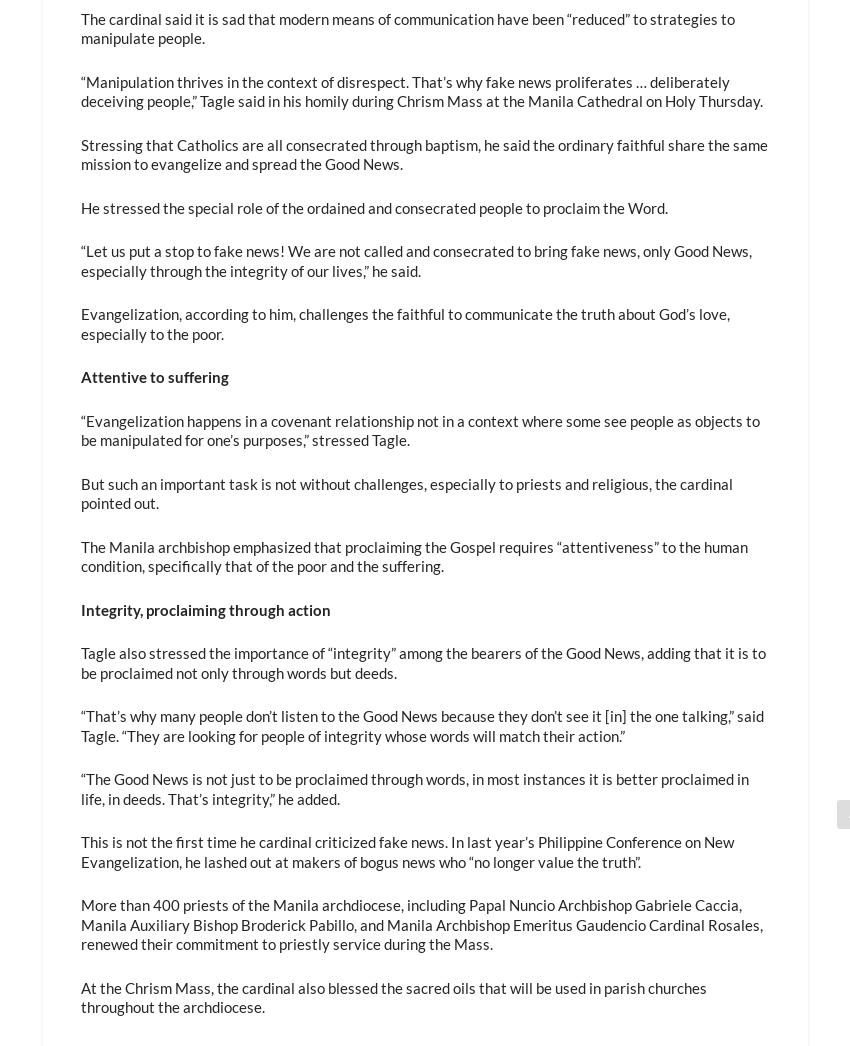 This screenshot has height=1046, width=850. Describe the element at coordinates (415, 259) in the screenshot. I see `'“Let us put a stop to fake news! We are not called and consecrated to bring fake news, only Good News, especially through the integrity of our lives,” he said.'` at that location.